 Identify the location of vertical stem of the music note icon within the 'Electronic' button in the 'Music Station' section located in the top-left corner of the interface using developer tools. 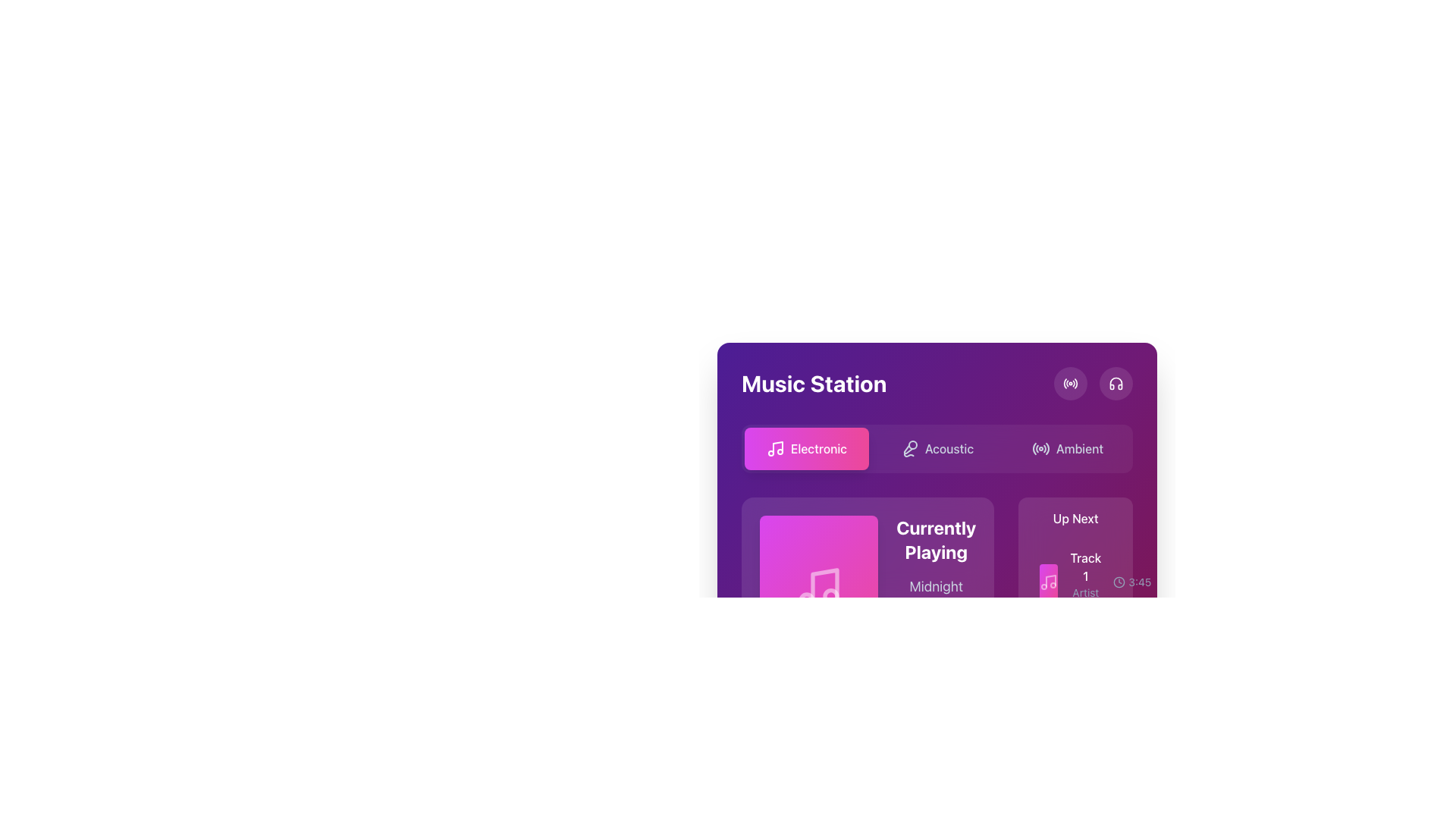
(778, 447).